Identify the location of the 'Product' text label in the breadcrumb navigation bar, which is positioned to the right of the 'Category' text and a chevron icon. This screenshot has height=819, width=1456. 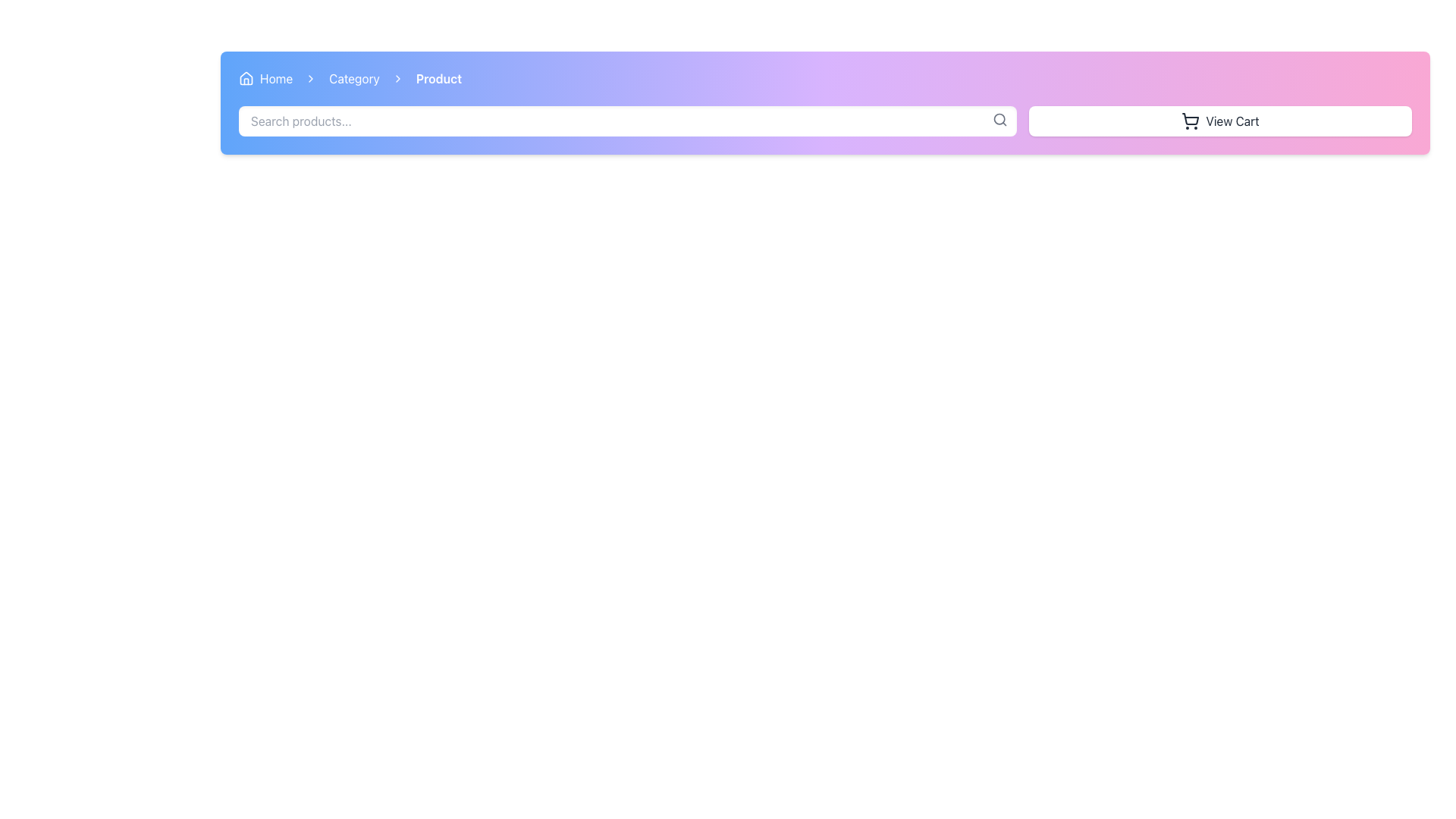
(438, 79).